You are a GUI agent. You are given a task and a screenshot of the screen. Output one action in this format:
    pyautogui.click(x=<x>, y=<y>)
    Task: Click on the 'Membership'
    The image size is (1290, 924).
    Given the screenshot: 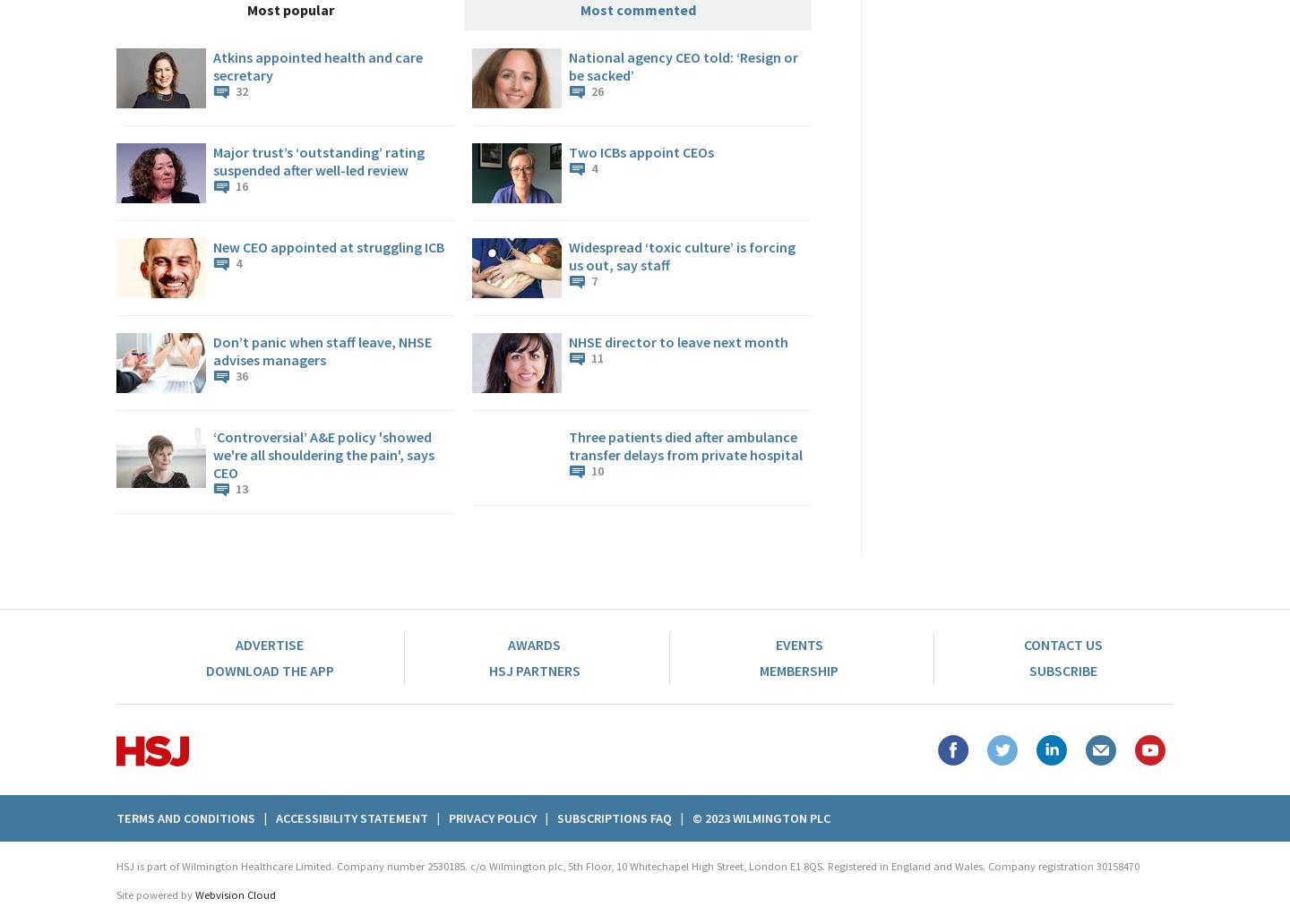 What is the action you would take?
    pyautogui.click(x=797, y=670)
    